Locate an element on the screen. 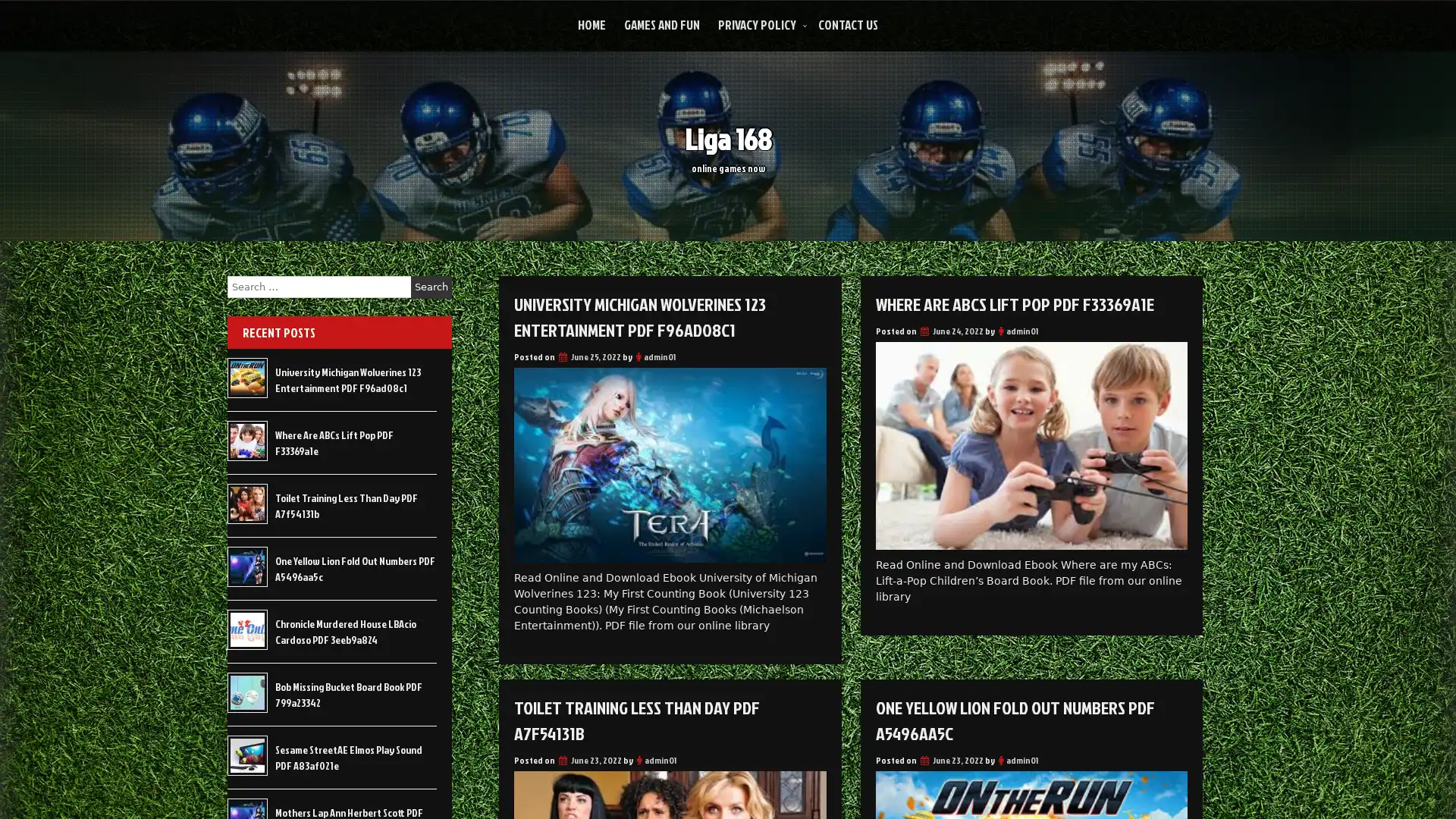  Search is located at coordinates (431, 287).